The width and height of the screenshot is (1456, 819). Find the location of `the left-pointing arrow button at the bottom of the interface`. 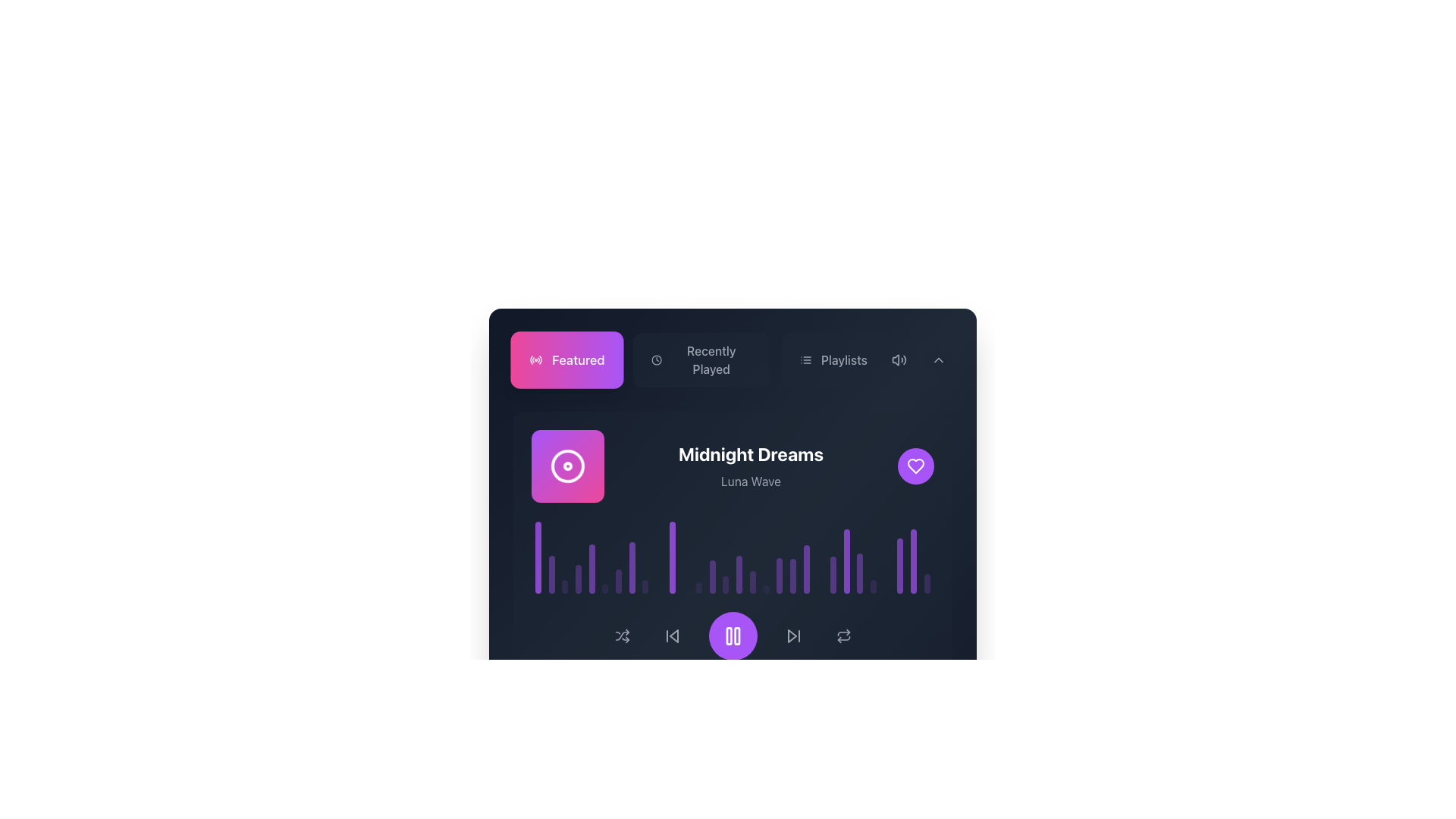

the left-pointing arrow button at the bottom of the interface is located at coordinates (673, 636).